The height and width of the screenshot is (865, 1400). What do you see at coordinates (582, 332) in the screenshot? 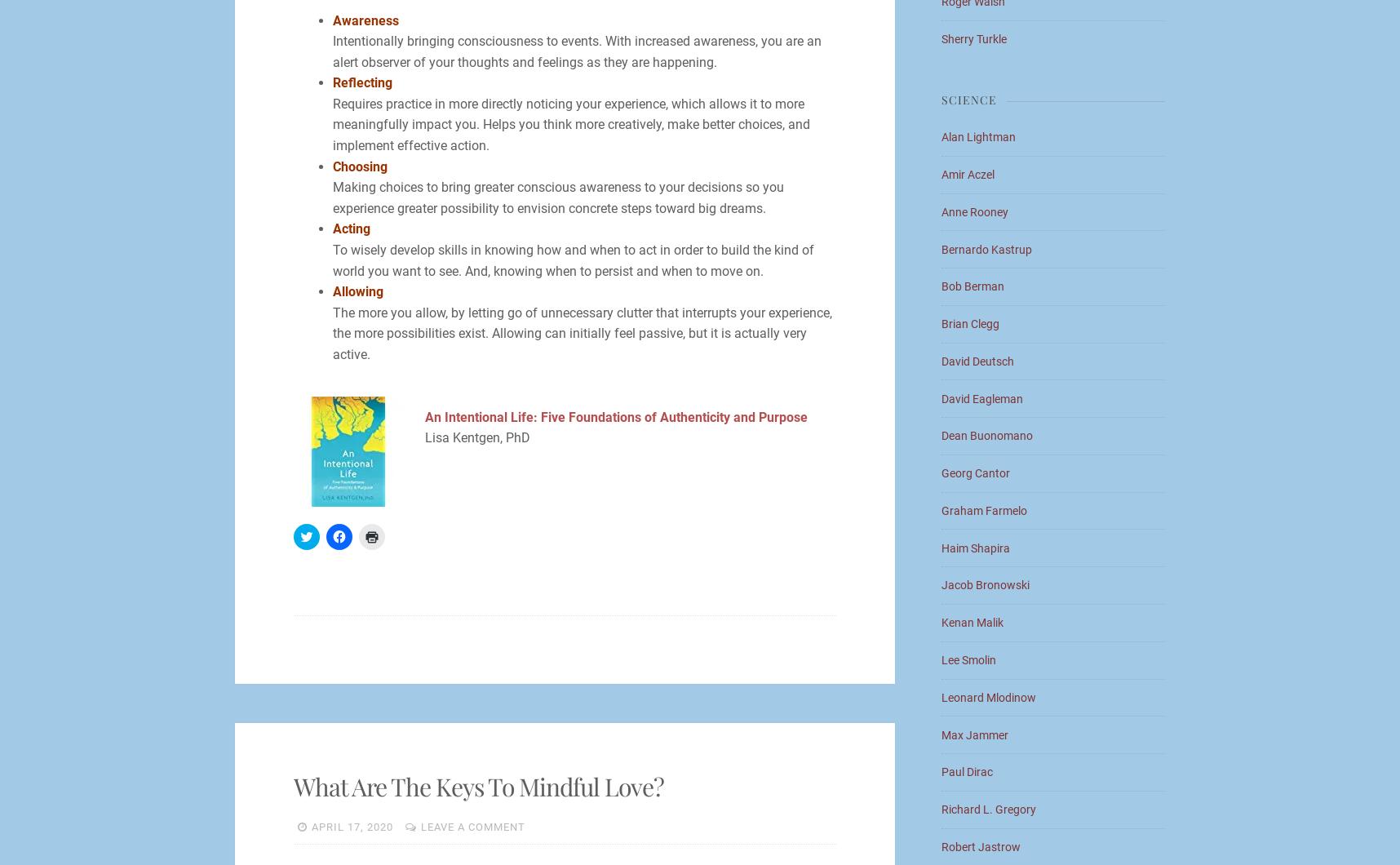
I see `'The more you allow, by letting go of unnecessary clutter that interrupts your experience, the more possibilities exist. Allowing can initially feel passive, but it is actually very active.'` at bounding box center [582, 332].